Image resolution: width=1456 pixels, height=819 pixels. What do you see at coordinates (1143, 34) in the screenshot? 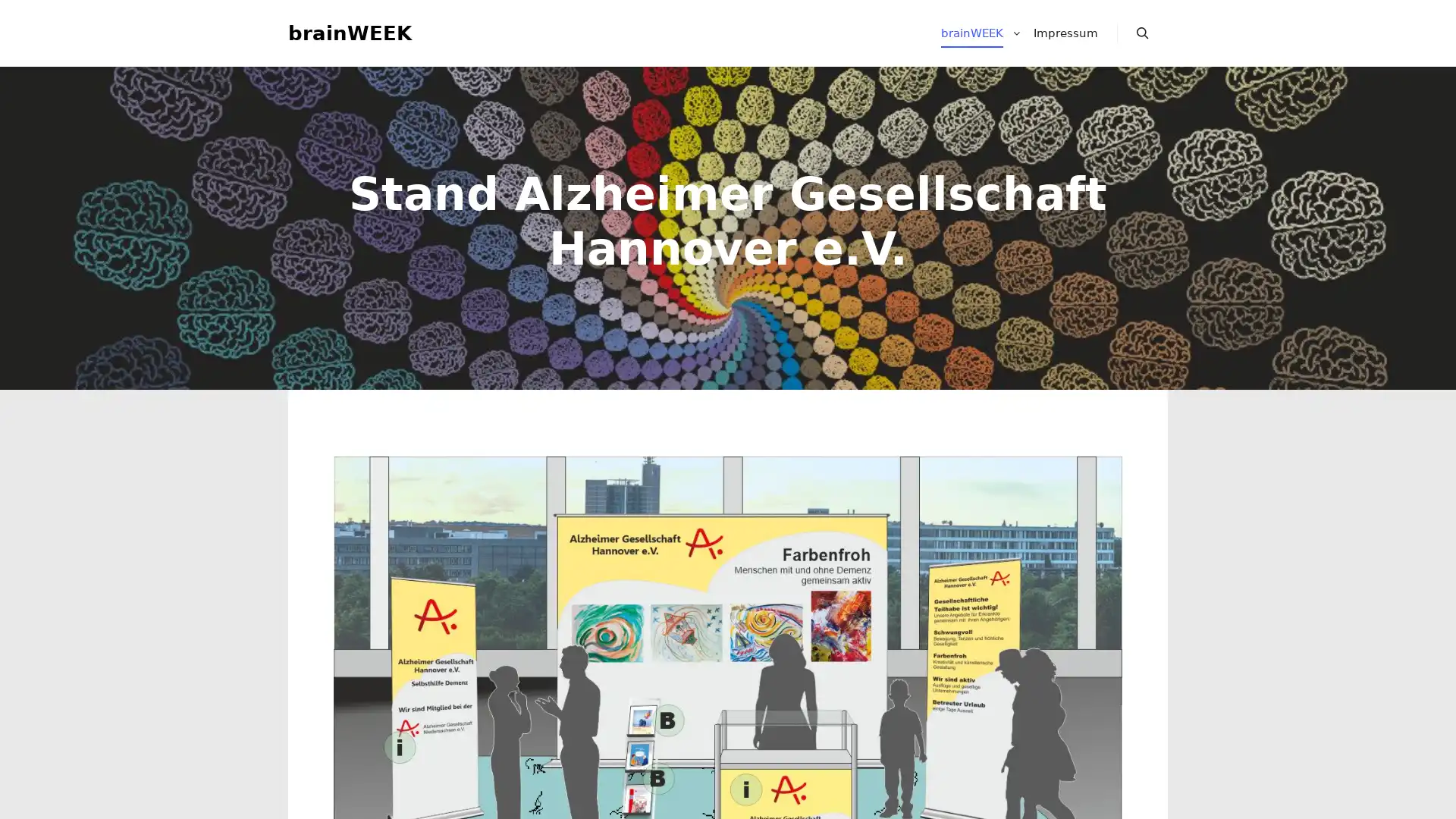
I see `Suchen` at bounding box center [1143, 34].